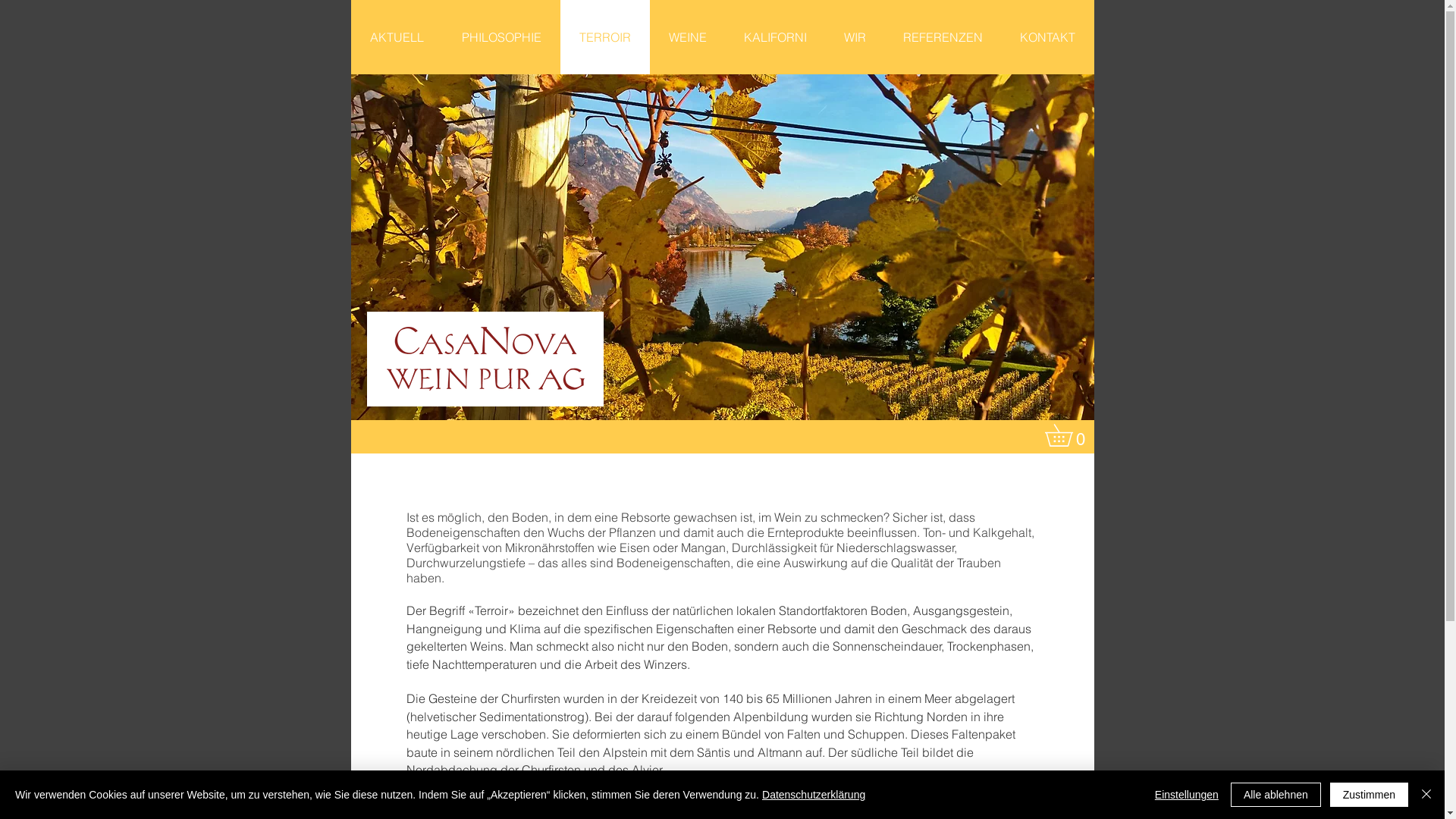 The height and width of the screenshot is (819, 1456). I want to click on 'KALIFORNI', so click(723, 36).